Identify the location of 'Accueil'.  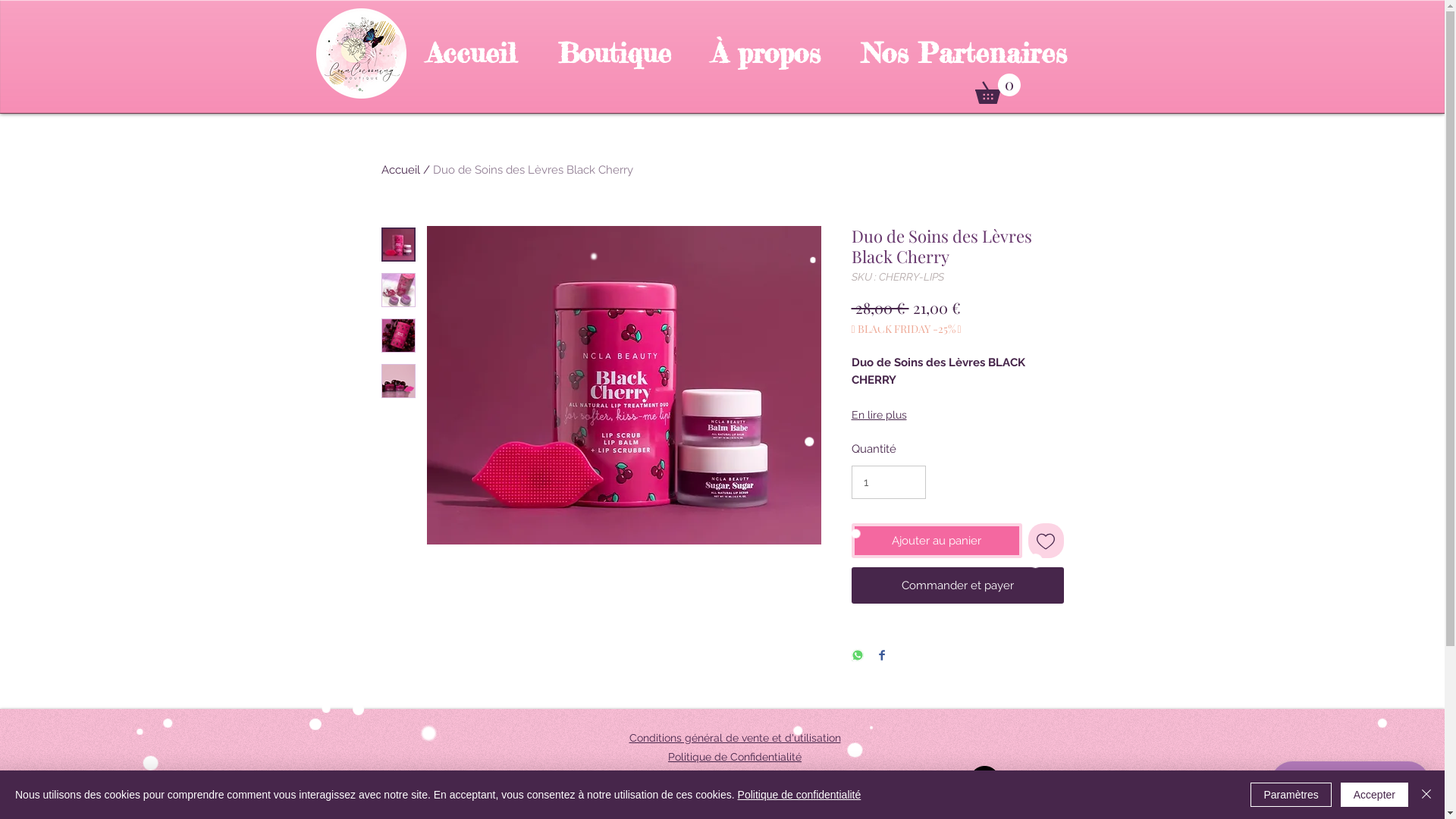
(381, 169).